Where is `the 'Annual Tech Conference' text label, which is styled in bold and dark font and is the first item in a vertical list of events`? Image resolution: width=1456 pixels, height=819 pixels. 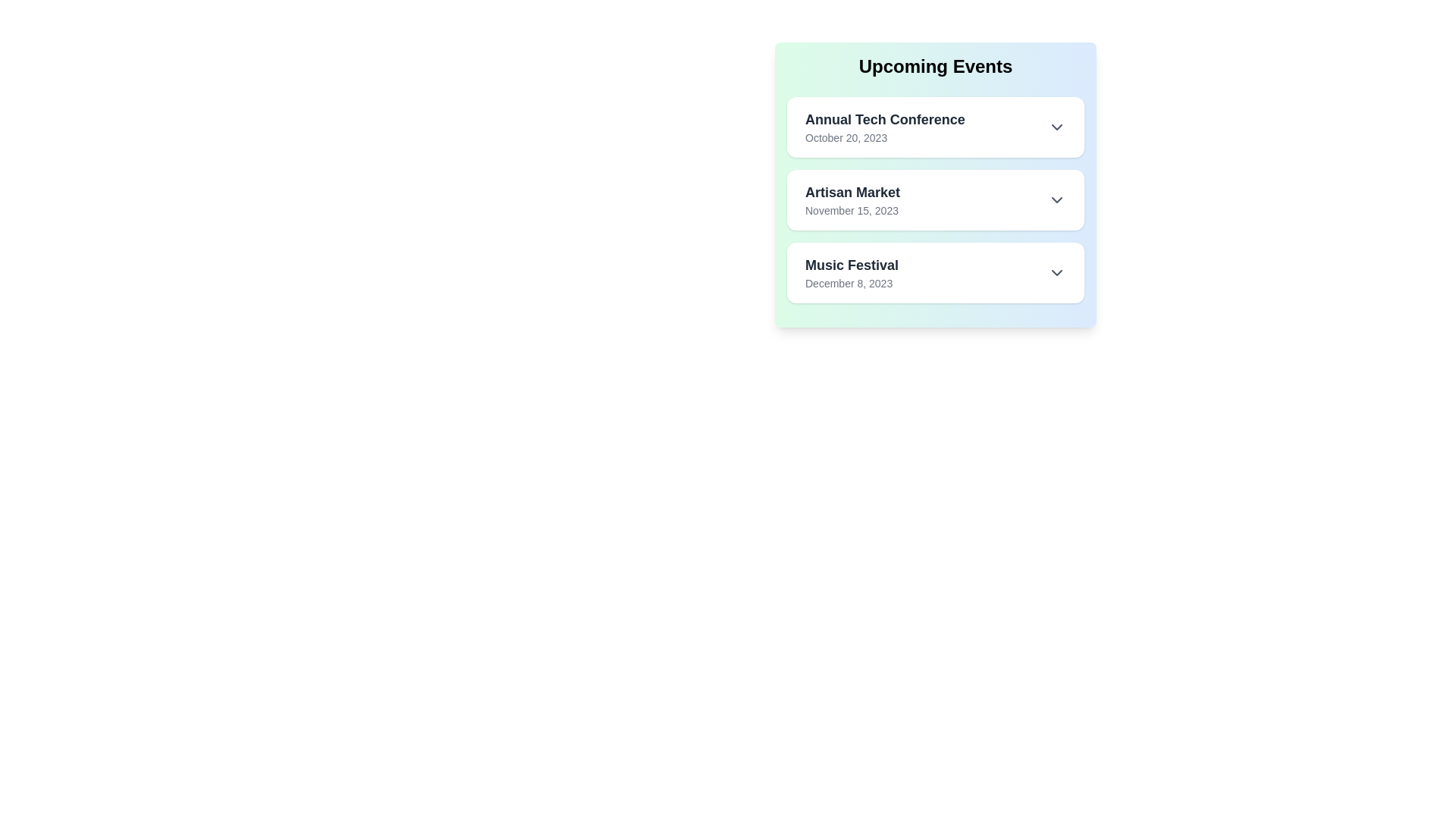 the 'Annual Tech Conference' text label, which is styled in bold and dark font and is the first item in a vertical list of events is located at coordinates (885, 119).